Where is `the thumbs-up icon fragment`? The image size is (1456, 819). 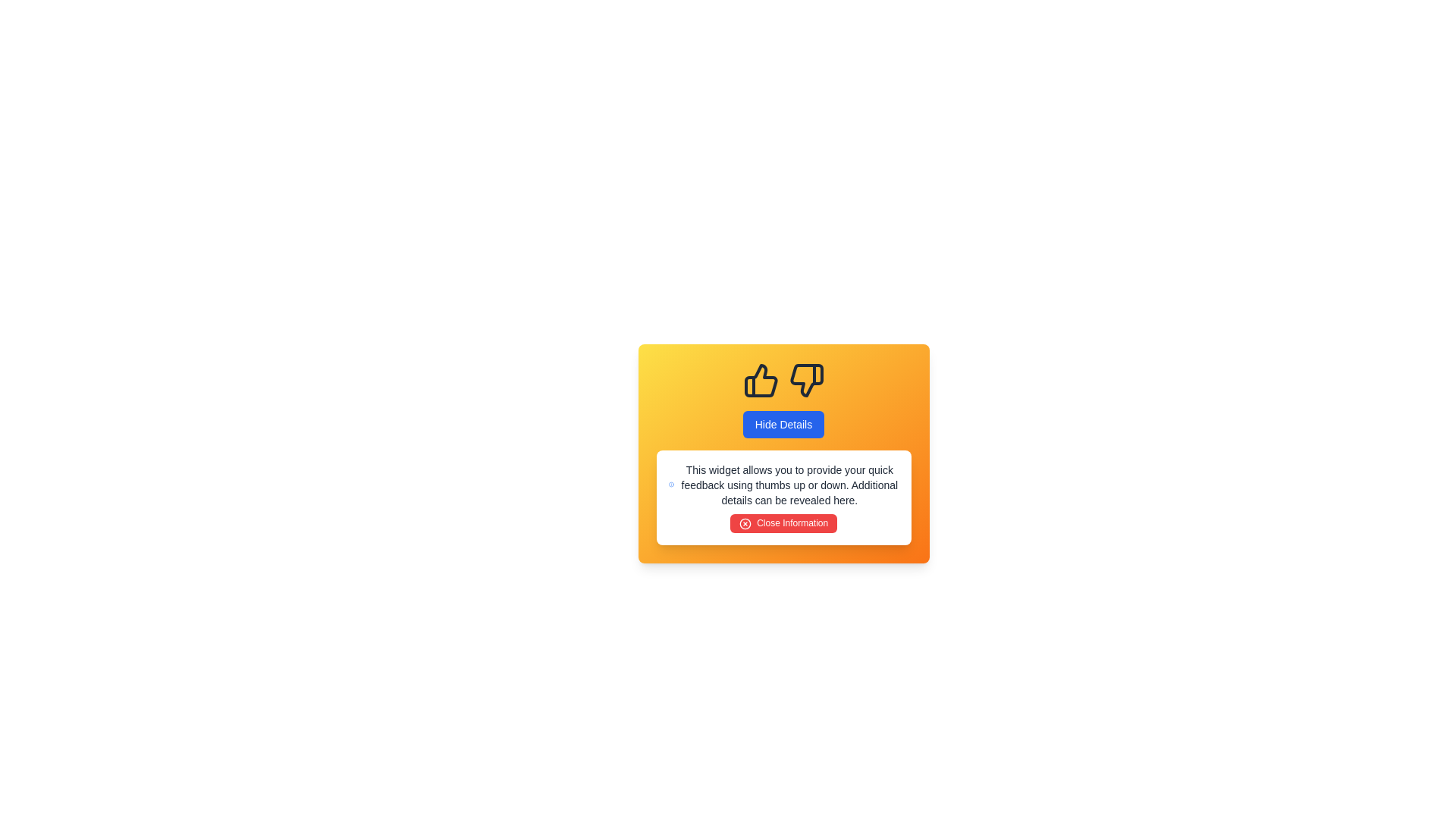
the thumbs-up icon fragment is located at coordinates (761, 379).